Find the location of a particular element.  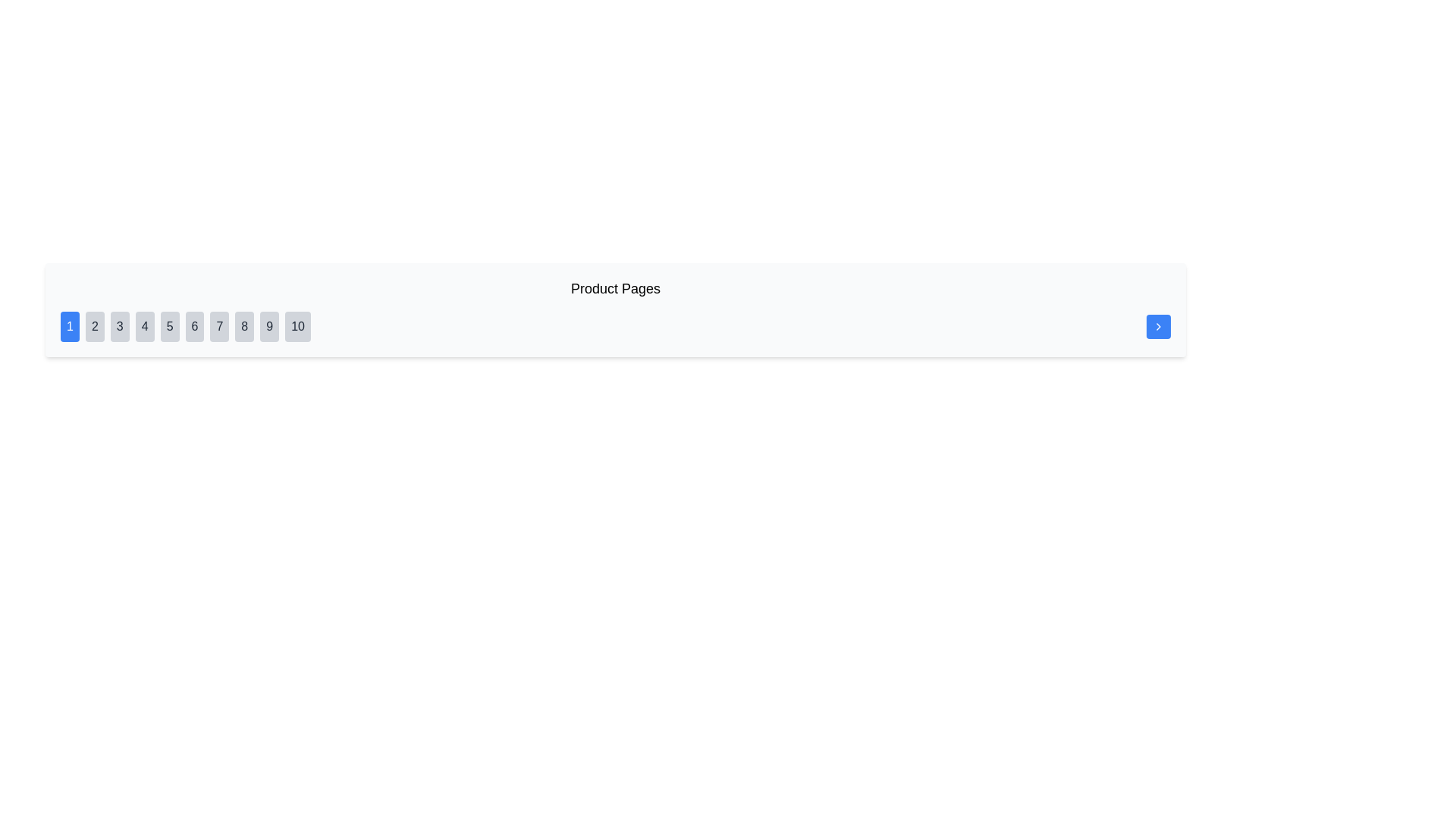

the button labeled '7' which has a gray background and rounded corners is located at coordinates (218, 326).